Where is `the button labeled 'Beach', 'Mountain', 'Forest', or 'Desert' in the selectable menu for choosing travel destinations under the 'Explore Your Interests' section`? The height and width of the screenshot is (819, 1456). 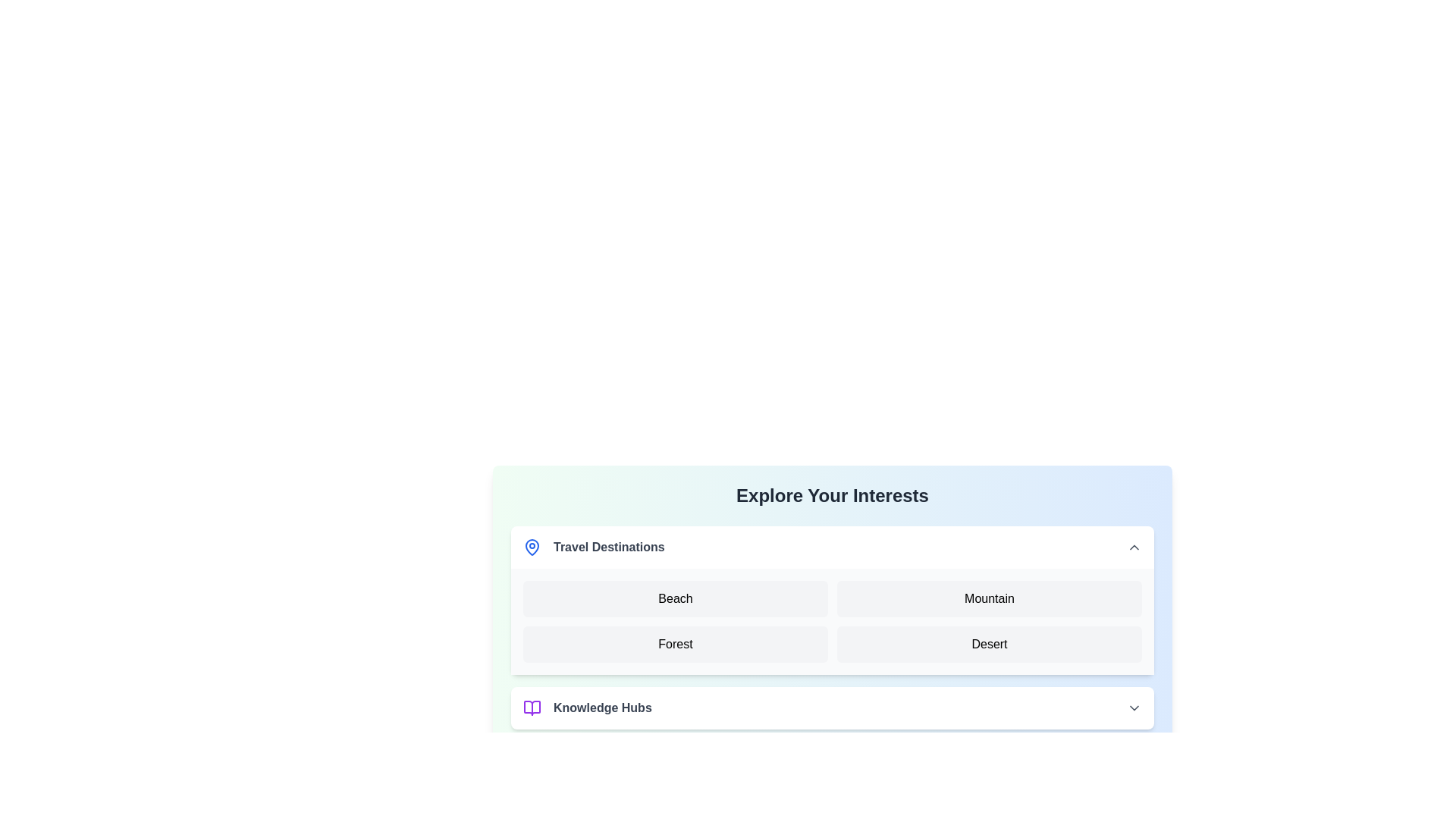 the button labeled 'Beach', 'Mountain', 'Forest', or 'Desert' in the selectable menu for choosing travel destinations under the 'Explore Your Interests' section is located at coordinates (832, 599).